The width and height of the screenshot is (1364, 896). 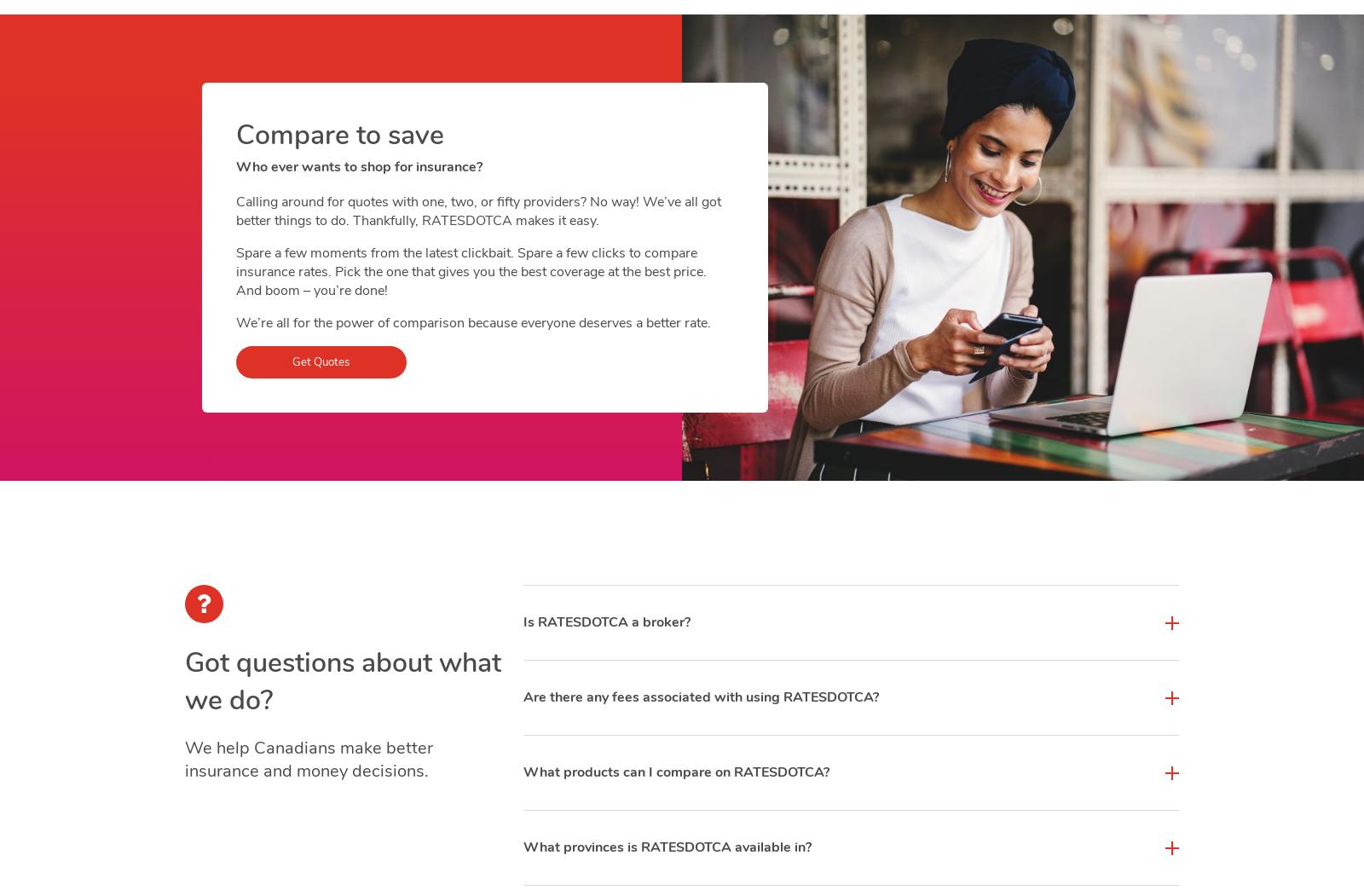 What do you see at coordinates (667, 847) in the screenshot?
I see `'What provinces is RATESDOTCA available in?'` at bounding box center [667, 847].